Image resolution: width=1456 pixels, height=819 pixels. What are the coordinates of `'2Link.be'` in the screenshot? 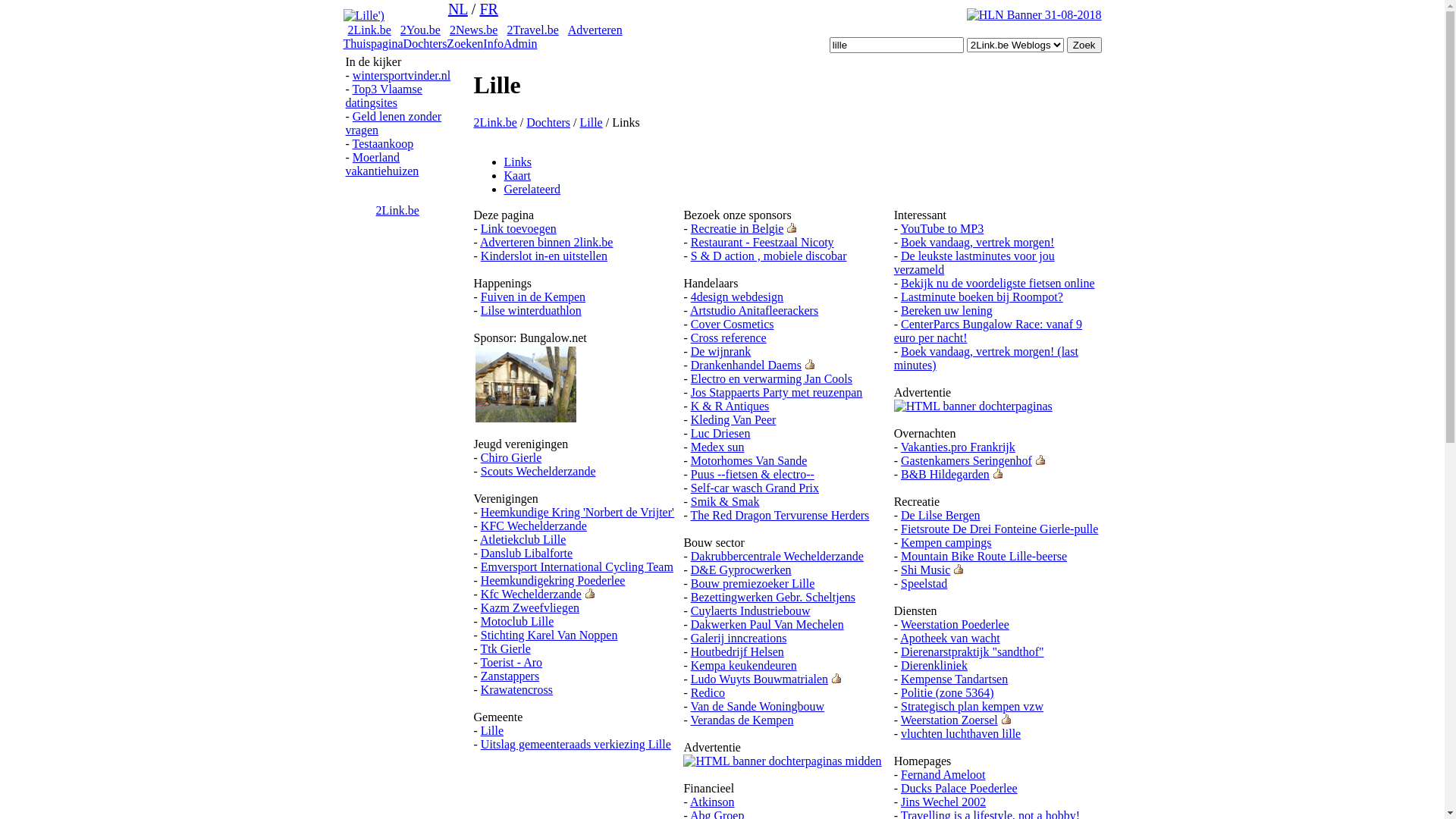 It's located at (369, 30).